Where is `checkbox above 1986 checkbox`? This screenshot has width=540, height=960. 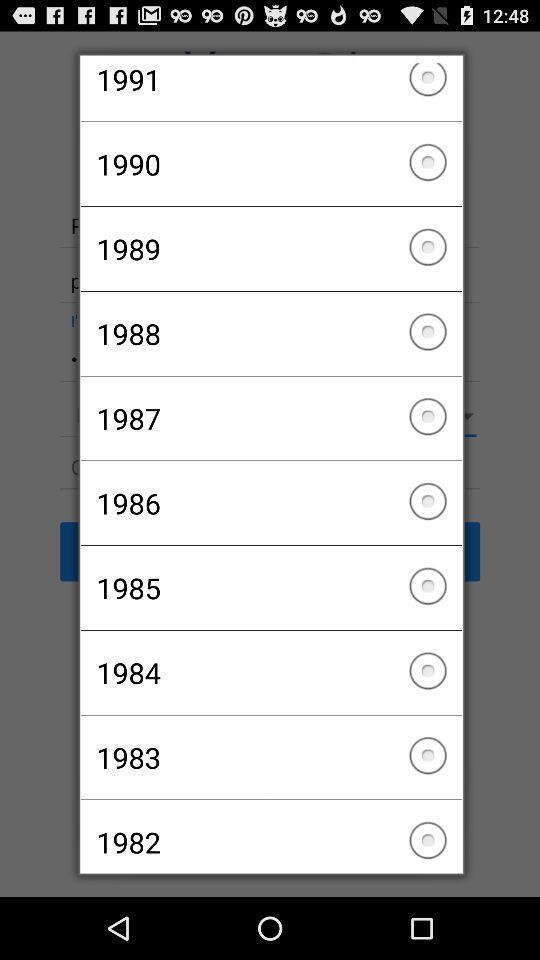 checkbox above 1986 checkbox is located at coordinates (270, 417).